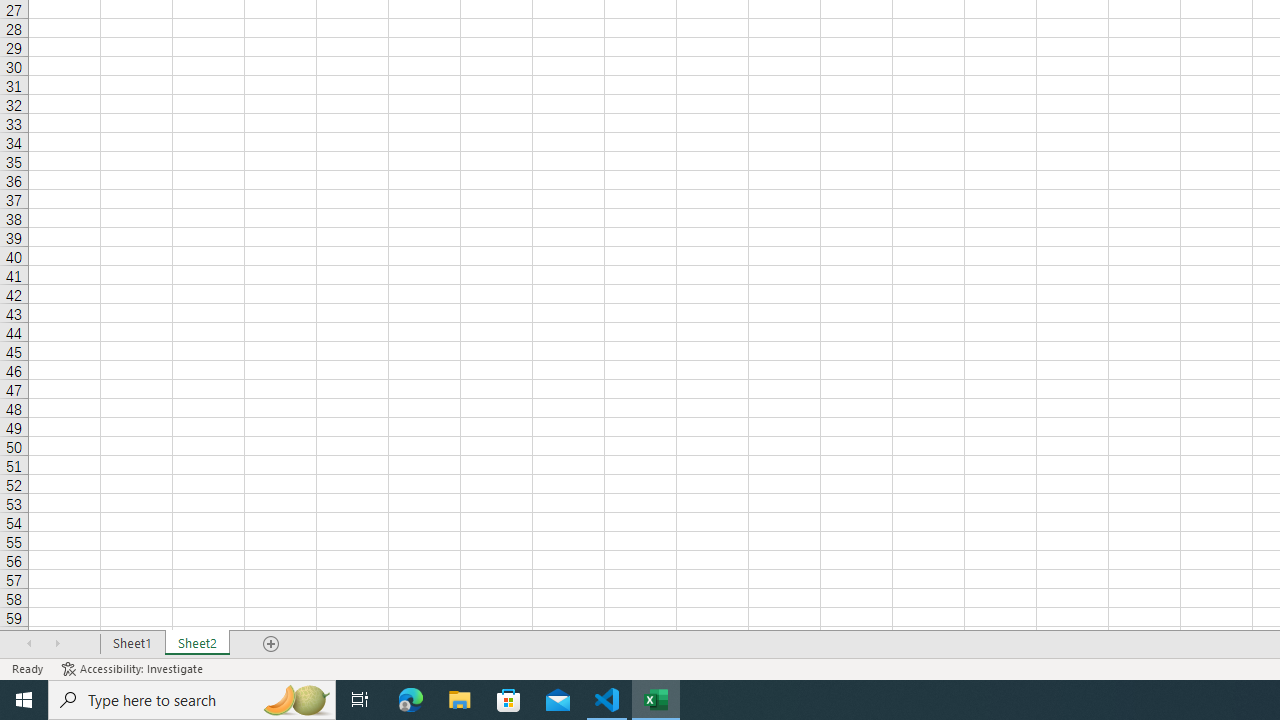 This screenshot has height=720, width=1280. I want to click on 'Add Sheet', so click(271, 644).